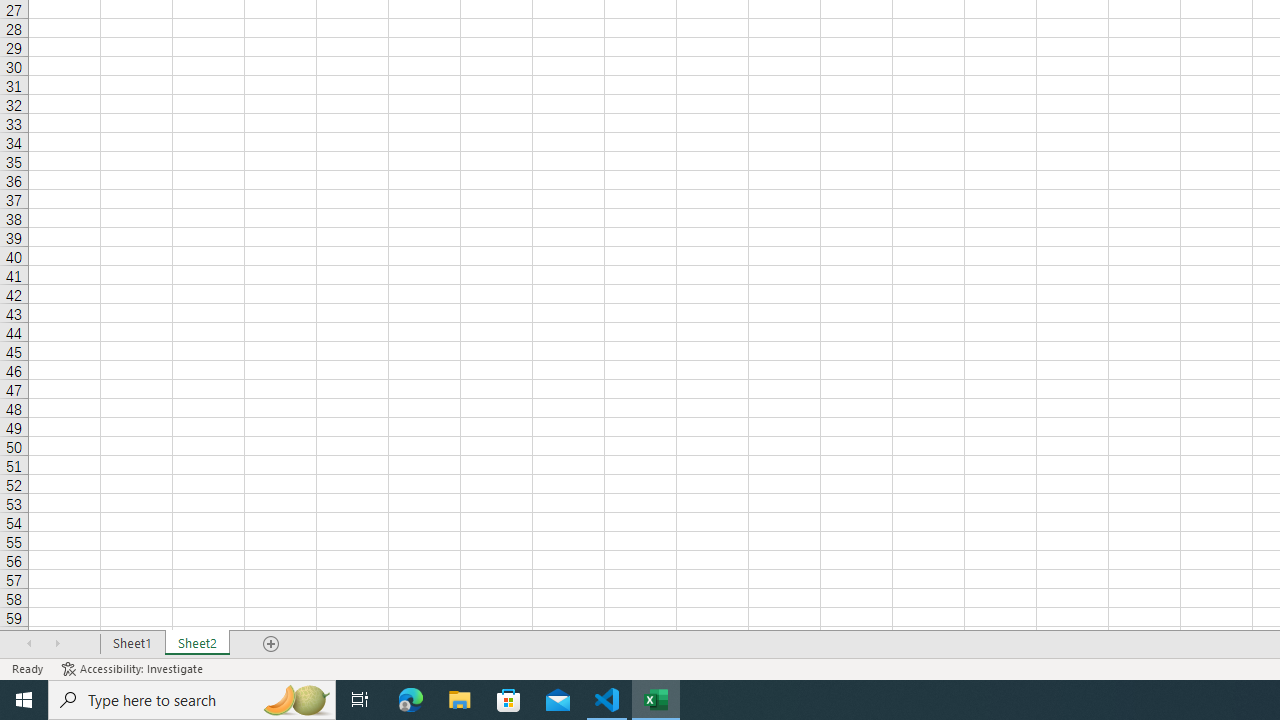 This screenshot has height=720, width=1280. I want to click on 'Add Sheet', so click(271, 644).